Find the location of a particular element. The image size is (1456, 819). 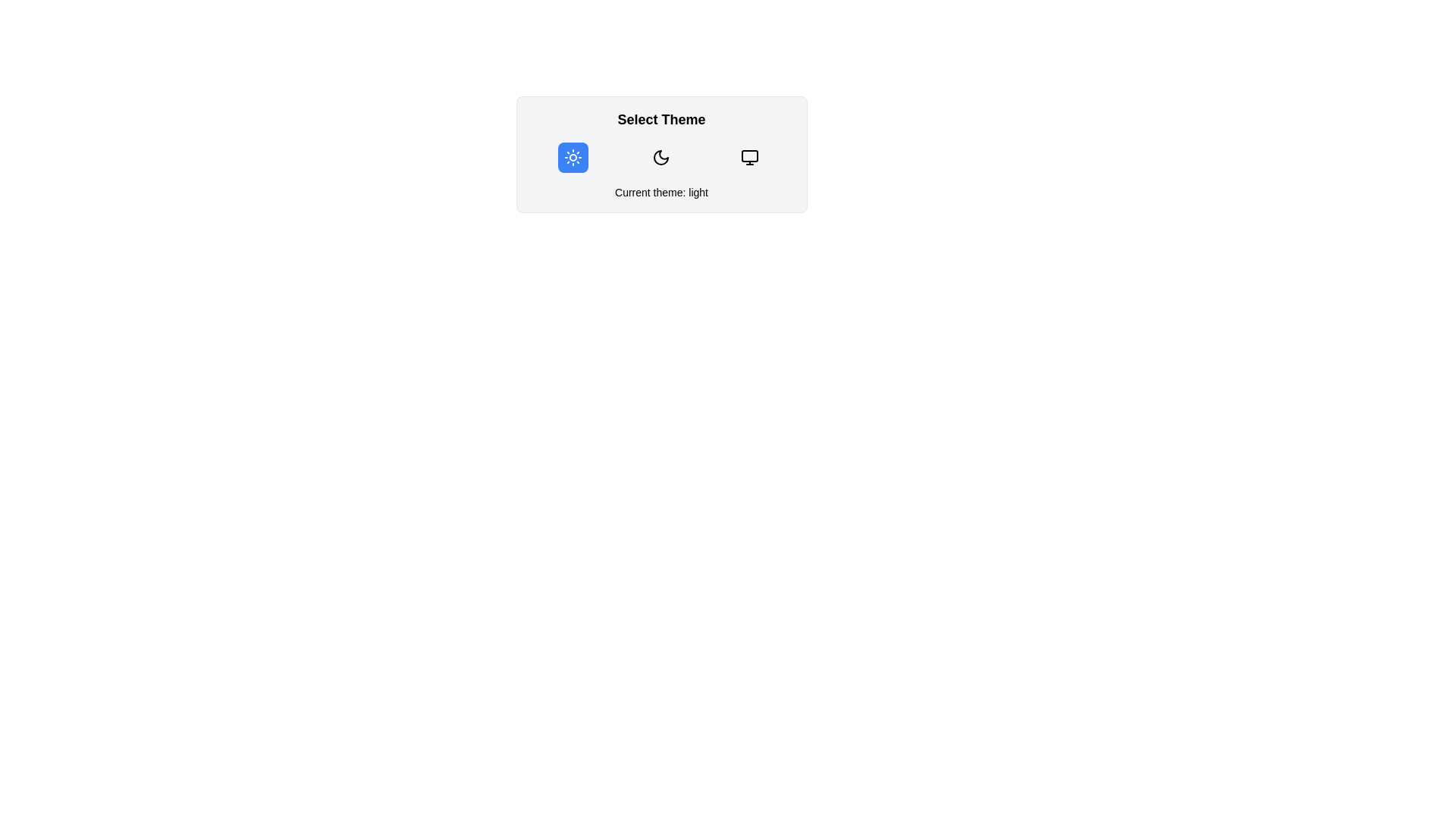

the dark mode theme selection button, which is the second icon in a group of three within the 'Select Theme' modal box is located at coordinates (661, 158).